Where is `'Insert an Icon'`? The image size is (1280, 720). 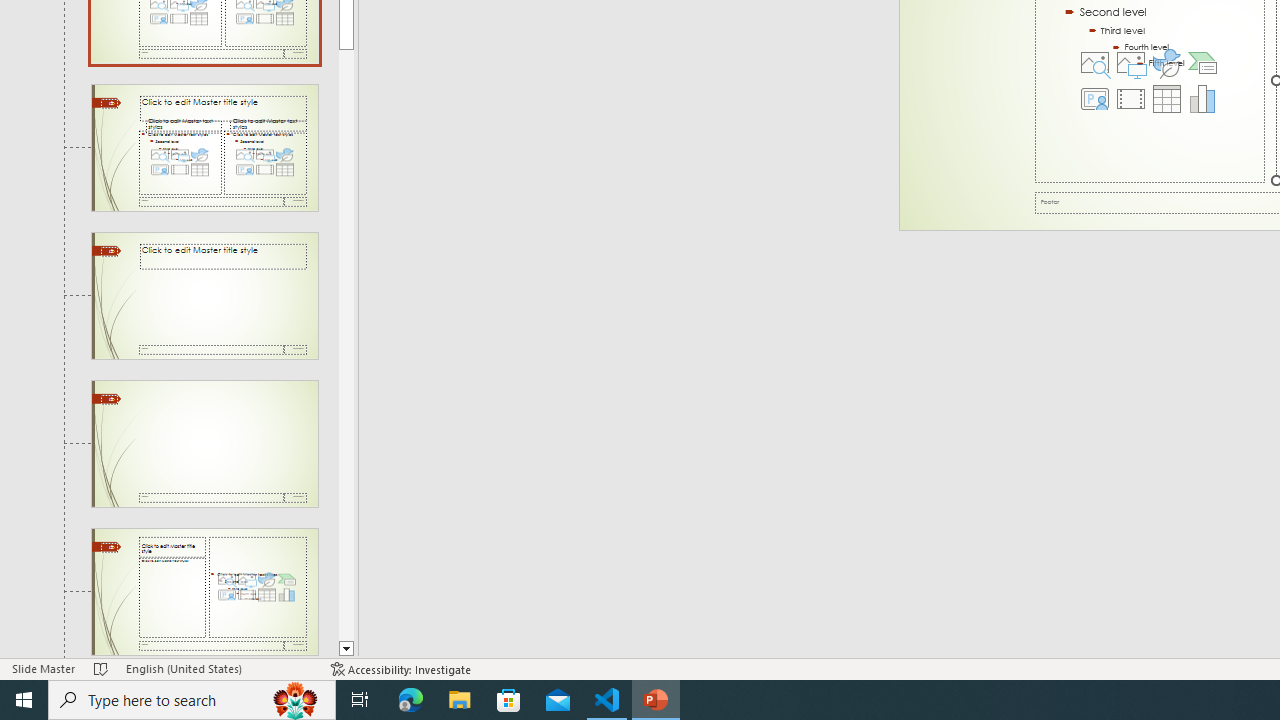 'Insert an Icon' is located at coordinates (1166, 61).